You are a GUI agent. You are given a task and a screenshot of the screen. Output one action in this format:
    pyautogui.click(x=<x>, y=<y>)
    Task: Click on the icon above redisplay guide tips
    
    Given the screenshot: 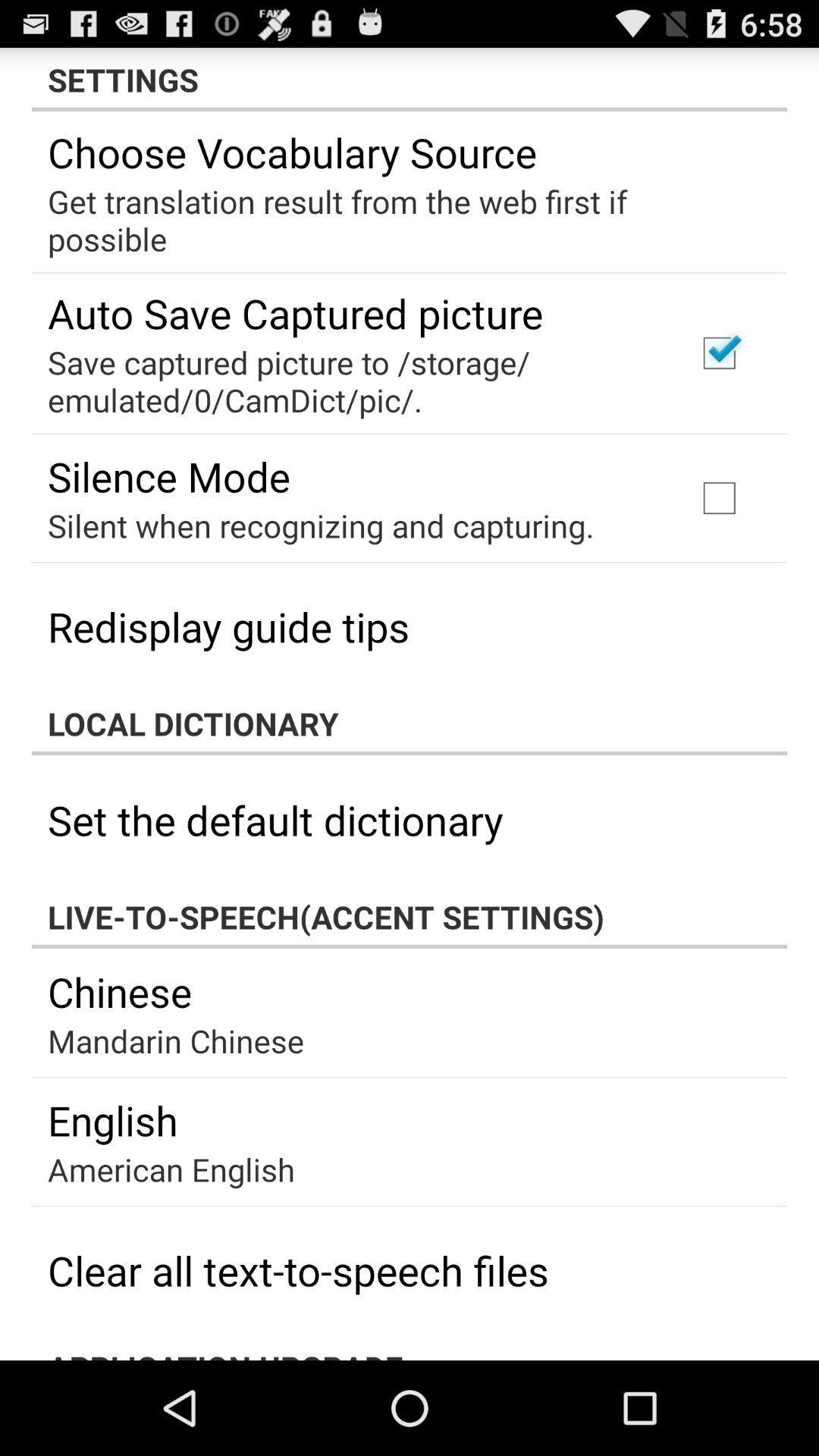 What is the action you would take?
    pyautogui.click(x=320, y=525)
    